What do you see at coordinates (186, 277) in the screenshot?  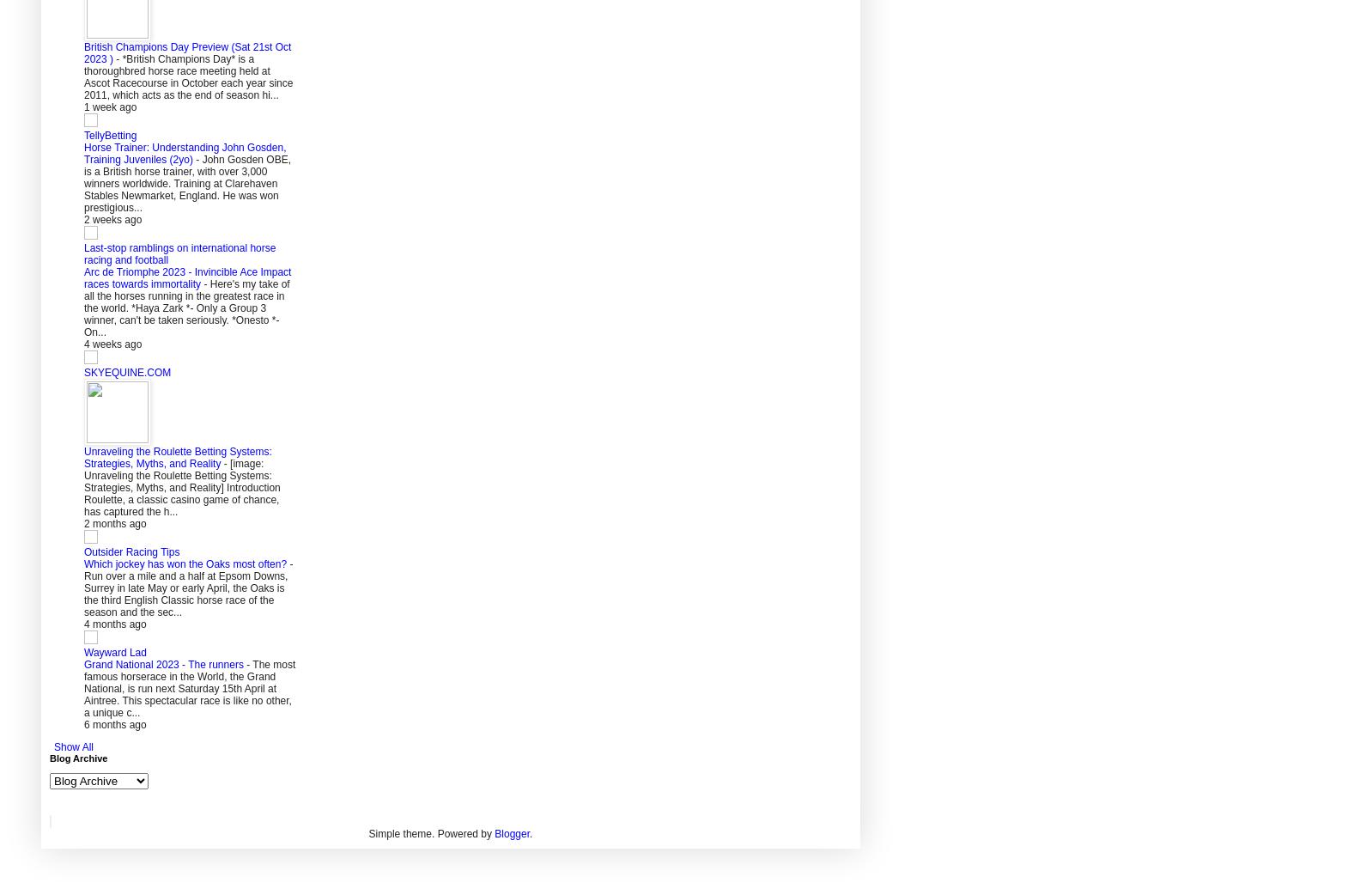 I see `'Arc de Triomphe 2023 - Invincible Ace Impact races towards immortality'` at bounding box center [186, 277].